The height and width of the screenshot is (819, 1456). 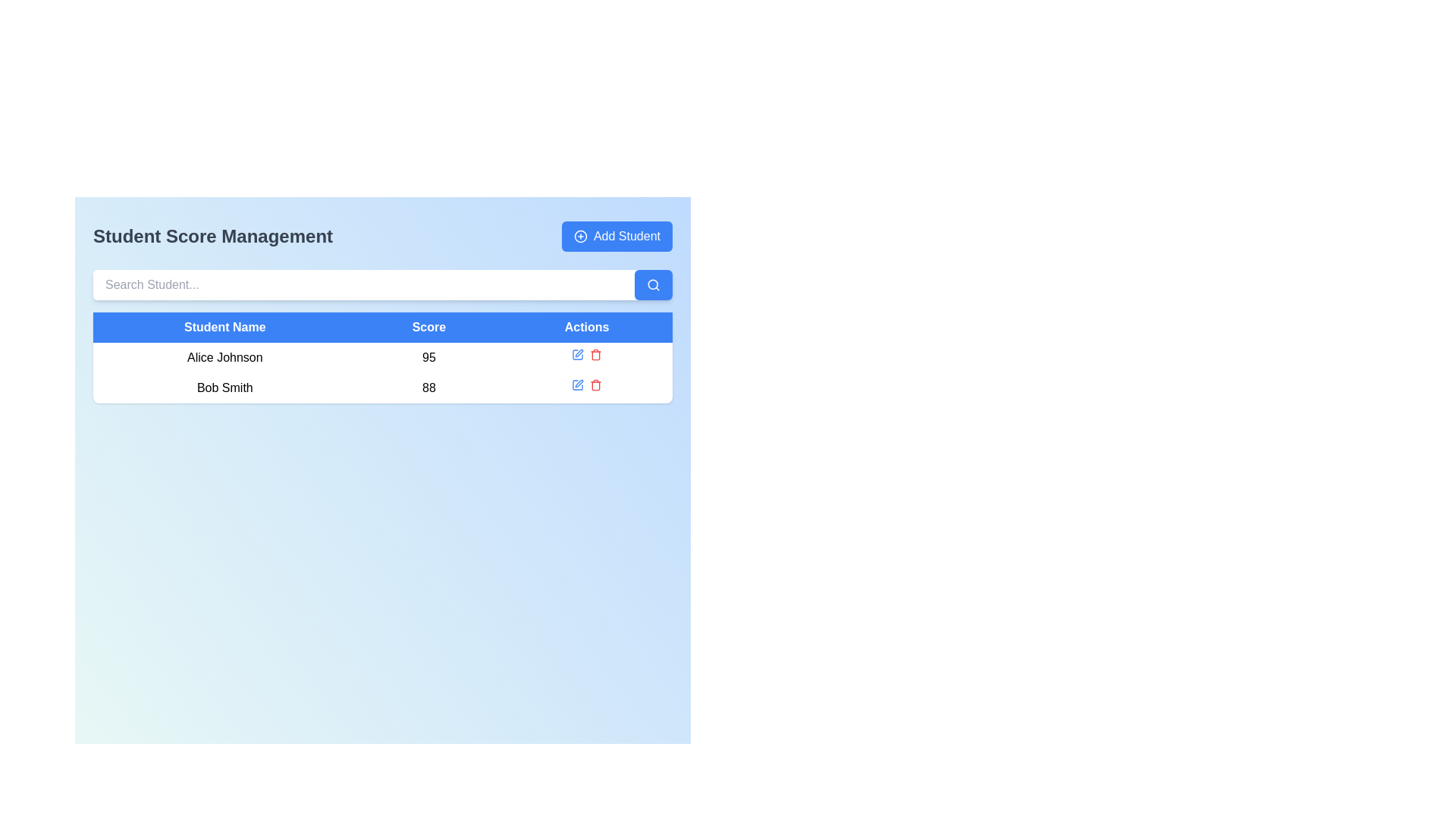 I want to click on the delete icon located as the second action button in the rightmost column labeled 'Actions' of the data table, so click(x=595, y=354).